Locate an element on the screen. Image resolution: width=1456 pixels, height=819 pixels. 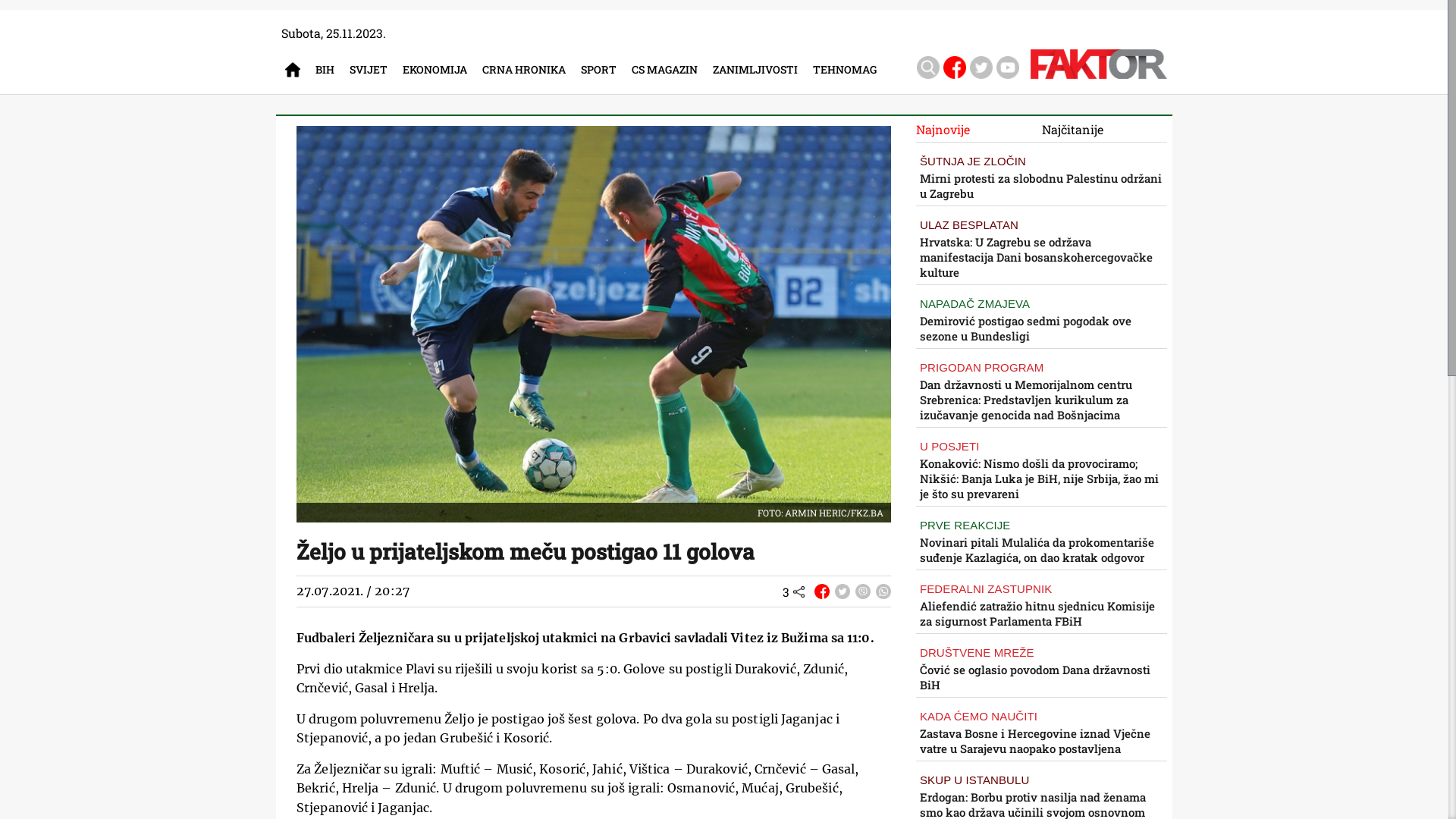
'EKONOMIJA' is located at coordinates (438, 69).